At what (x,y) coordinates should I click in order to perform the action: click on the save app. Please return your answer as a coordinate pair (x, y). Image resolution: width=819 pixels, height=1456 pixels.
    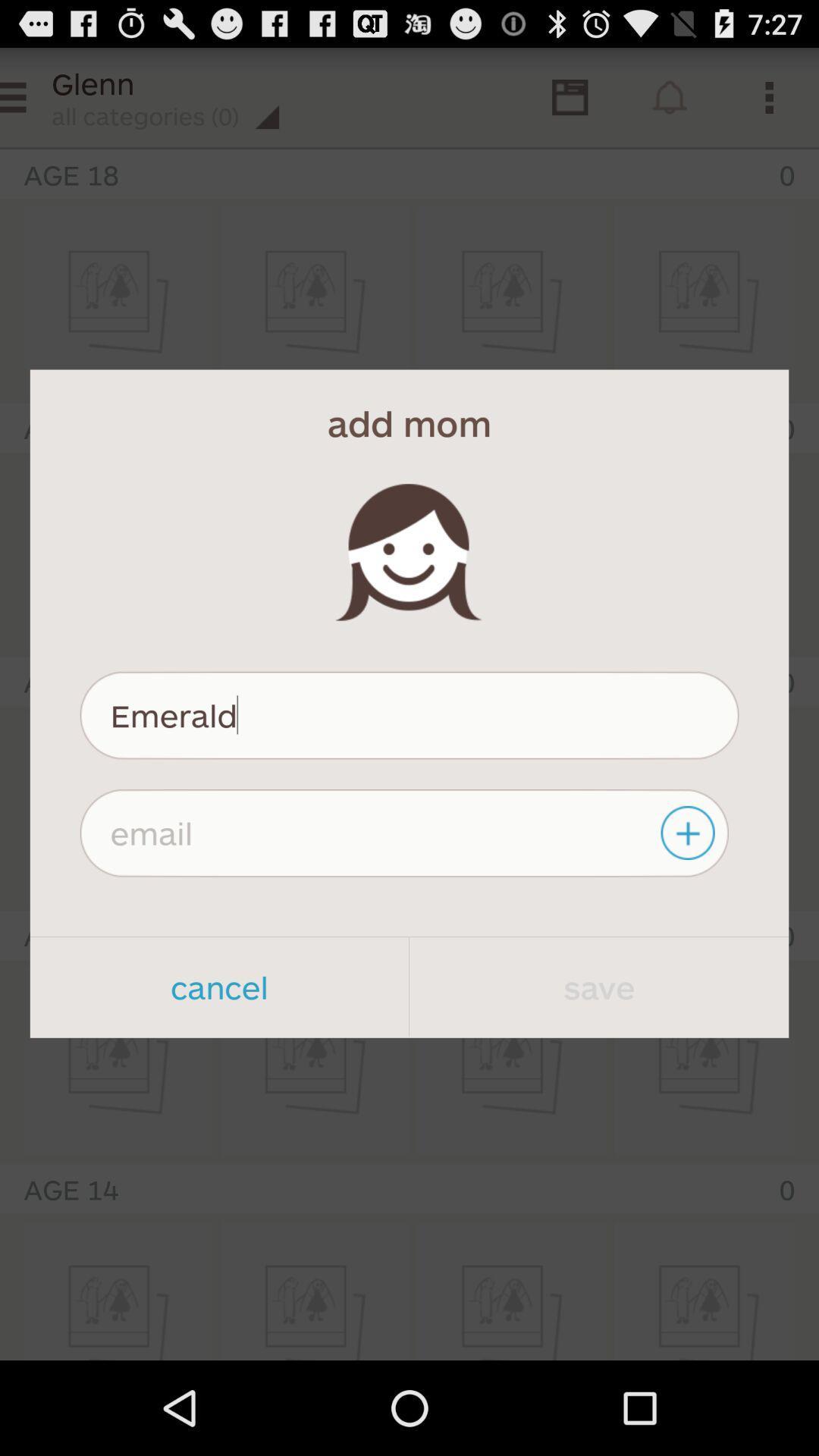
    Looking at the image, I should click on (598, 987).